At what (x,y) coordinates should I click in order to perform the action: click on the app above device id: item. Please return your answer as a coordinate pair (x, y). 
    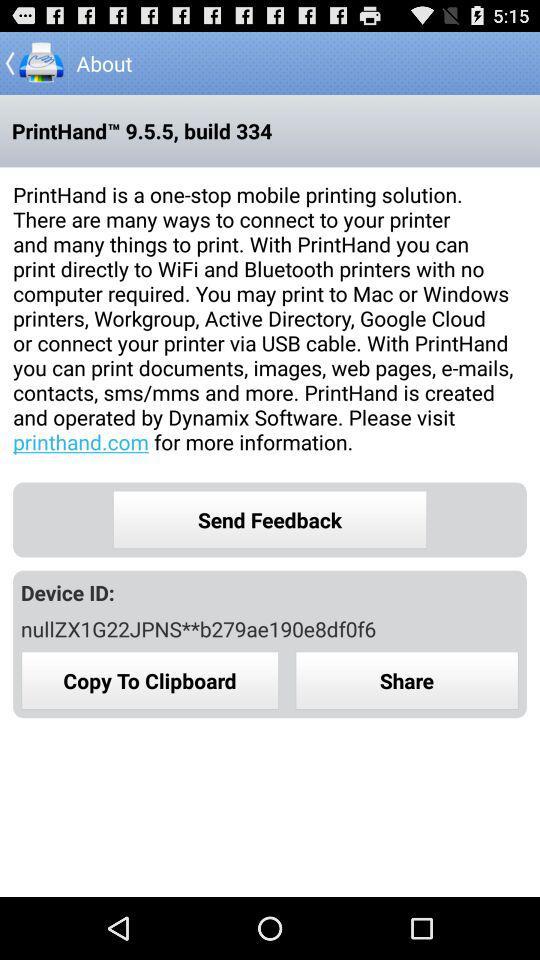
    Looking at the image, I should click on (270, 518).